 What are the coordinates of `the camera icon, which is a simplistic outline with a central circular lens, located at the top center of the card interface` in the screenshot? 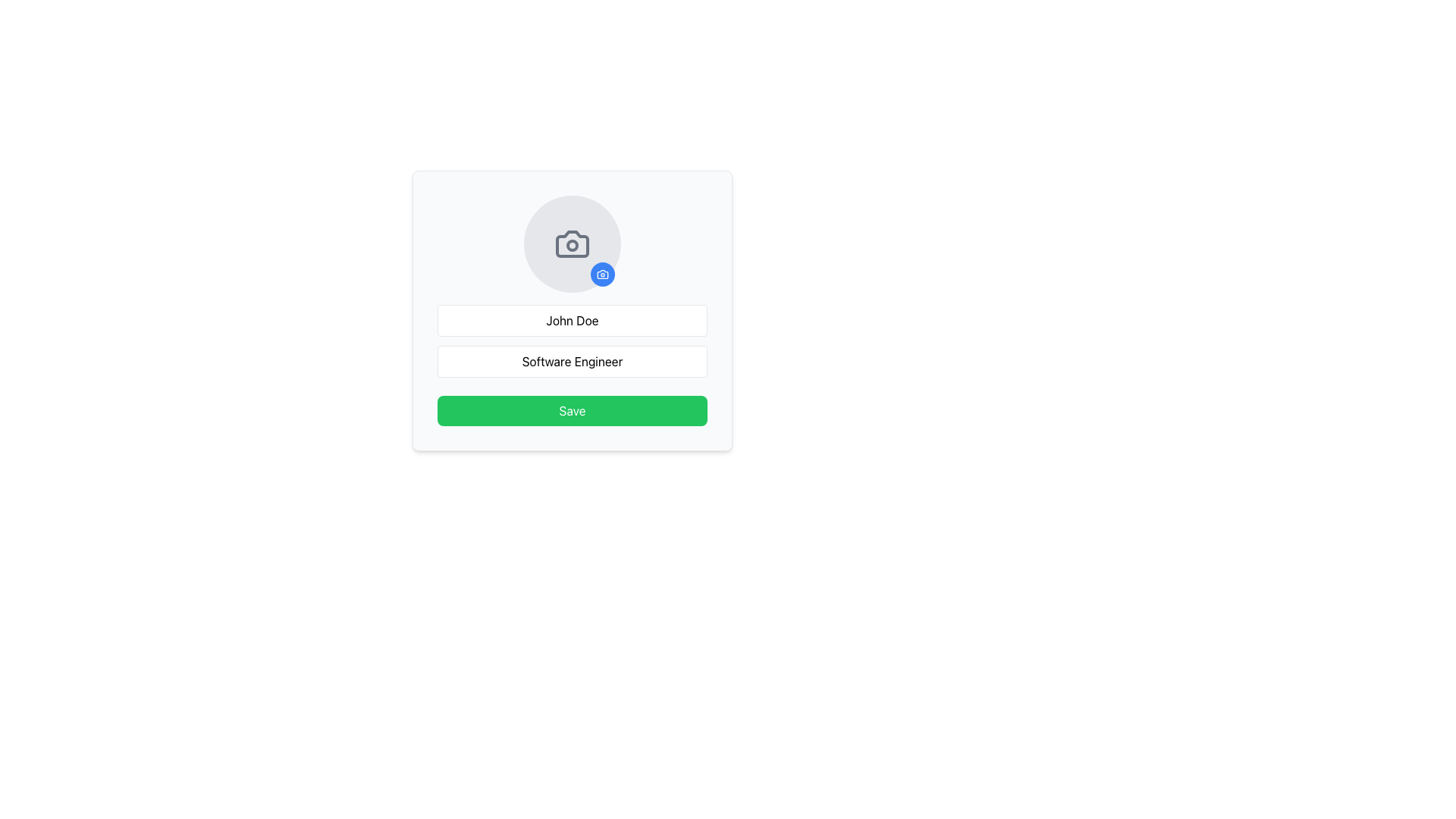 It's located at (602, 275).